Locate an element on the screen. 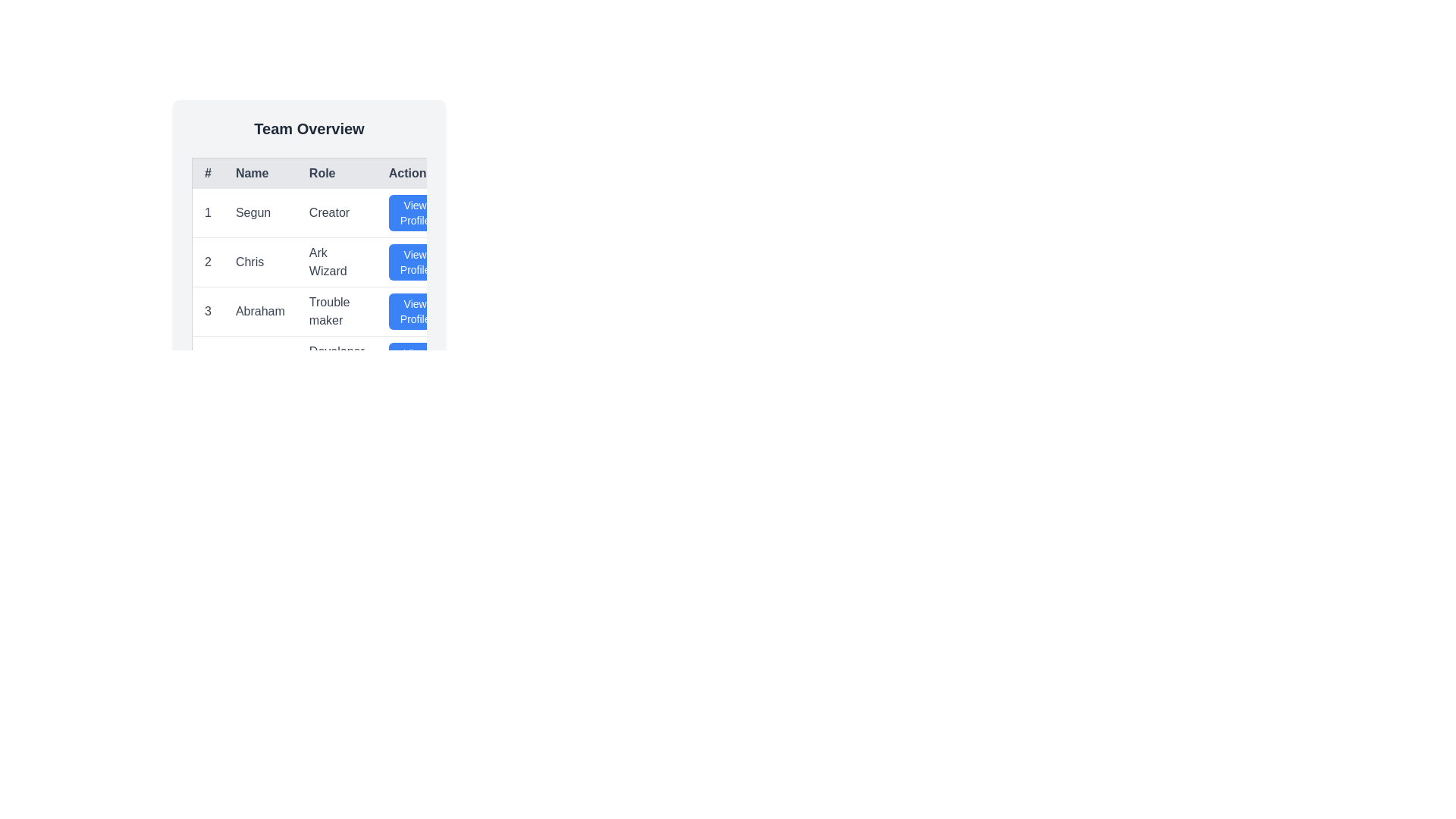 Image resolution: width=1456 pixels, height=819 pixels. the button is located at coordinates (422, 262).